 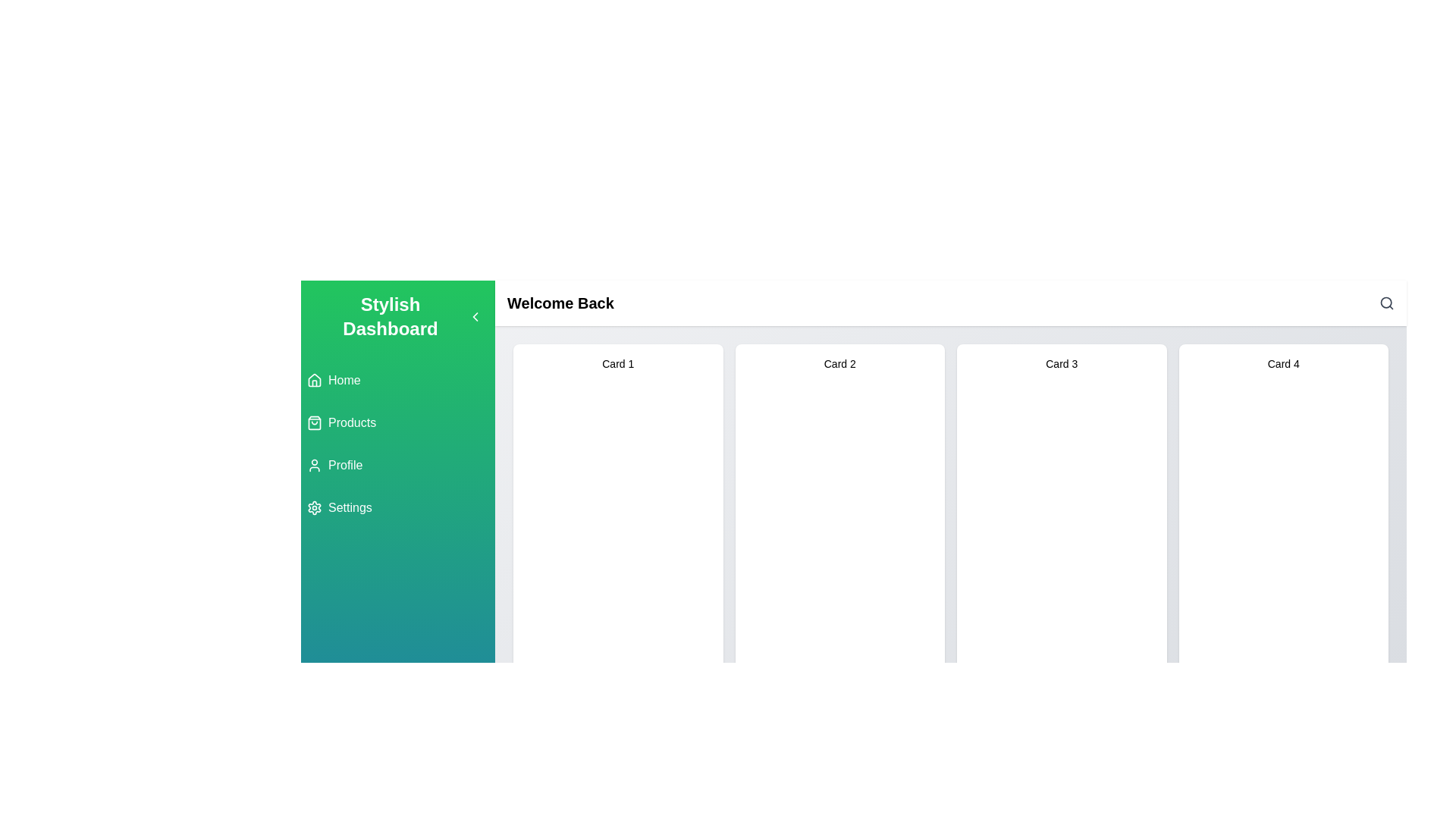 What do you see at coordinates (1282, 525) in the screenshot?
I see `the 'Card 4' element, which is a rectangular card with rounded corners and a white background, located at the far right of the grid layout containing multiple cards` at bounding box center [1282, 525].